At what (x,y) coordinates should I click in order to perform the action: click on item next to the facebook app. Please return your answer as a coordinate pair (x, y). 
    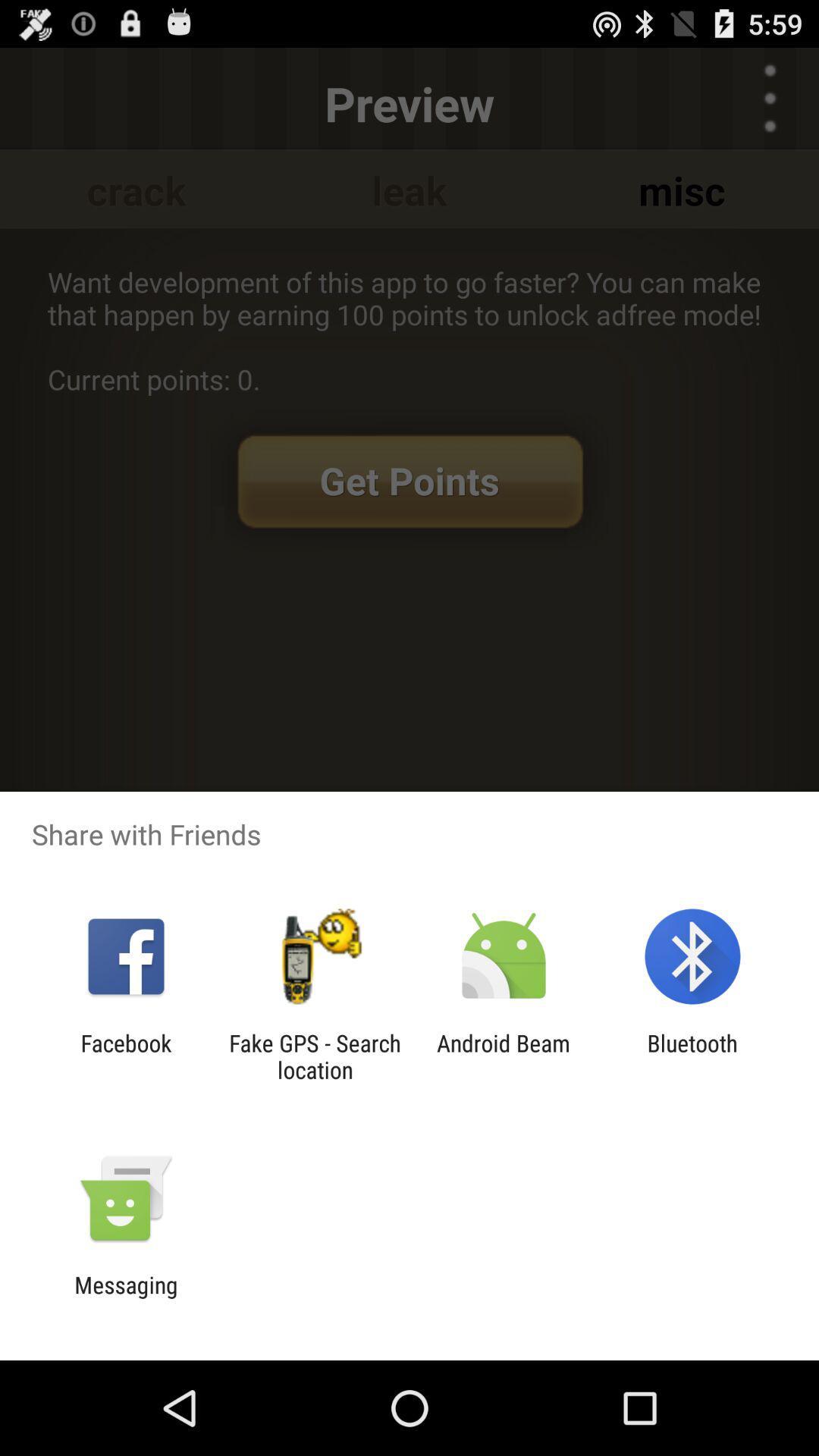
    Looking at the image, I should click on (314, 1056).